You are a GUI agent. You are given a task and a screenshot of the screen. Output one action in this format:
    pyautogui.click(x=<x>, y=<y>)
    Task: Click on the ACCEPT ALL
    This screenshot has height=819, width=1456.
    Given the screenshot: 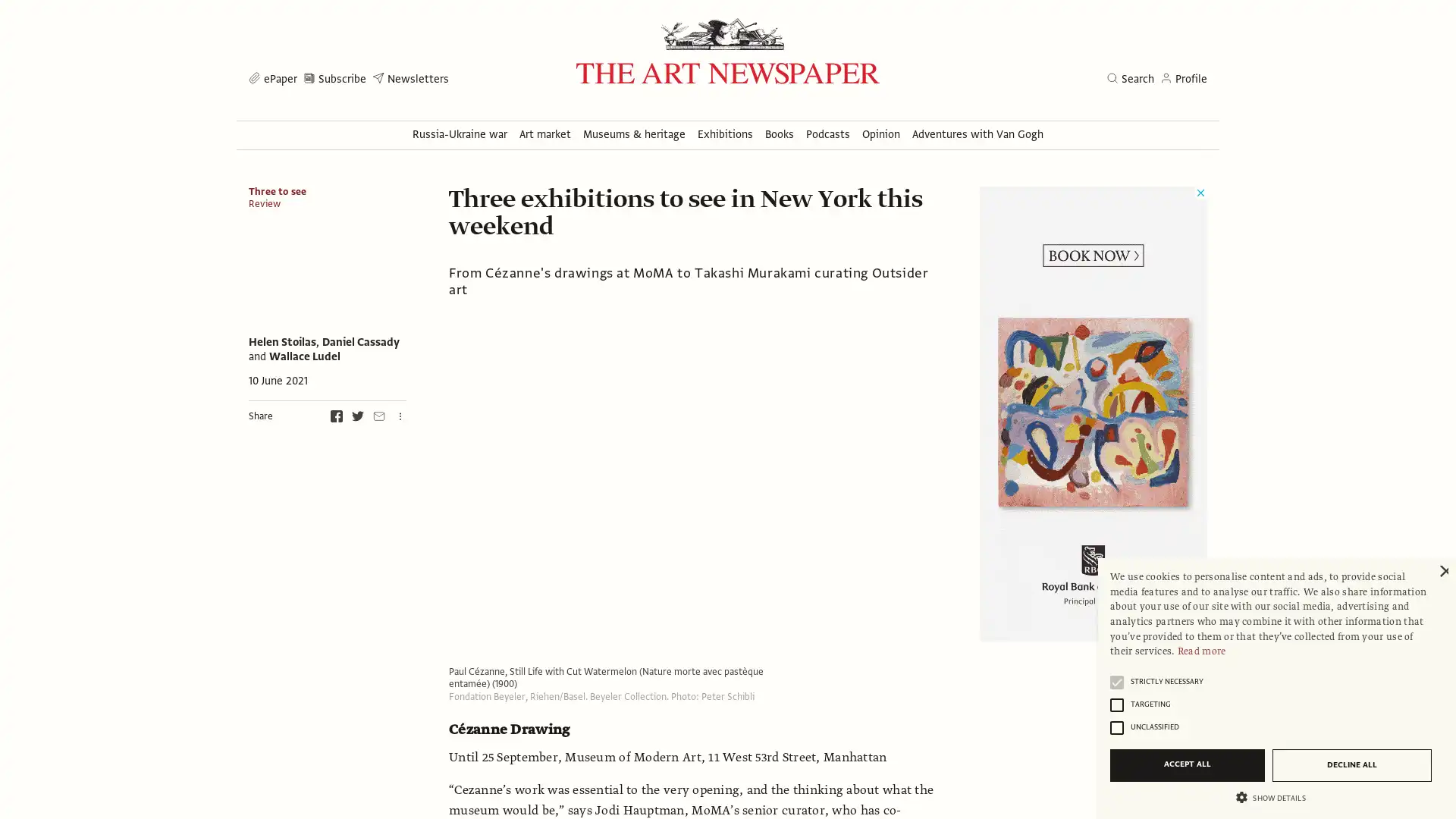 What is the action you would take?
    pyautogui.click(x=1186, y=764)
    